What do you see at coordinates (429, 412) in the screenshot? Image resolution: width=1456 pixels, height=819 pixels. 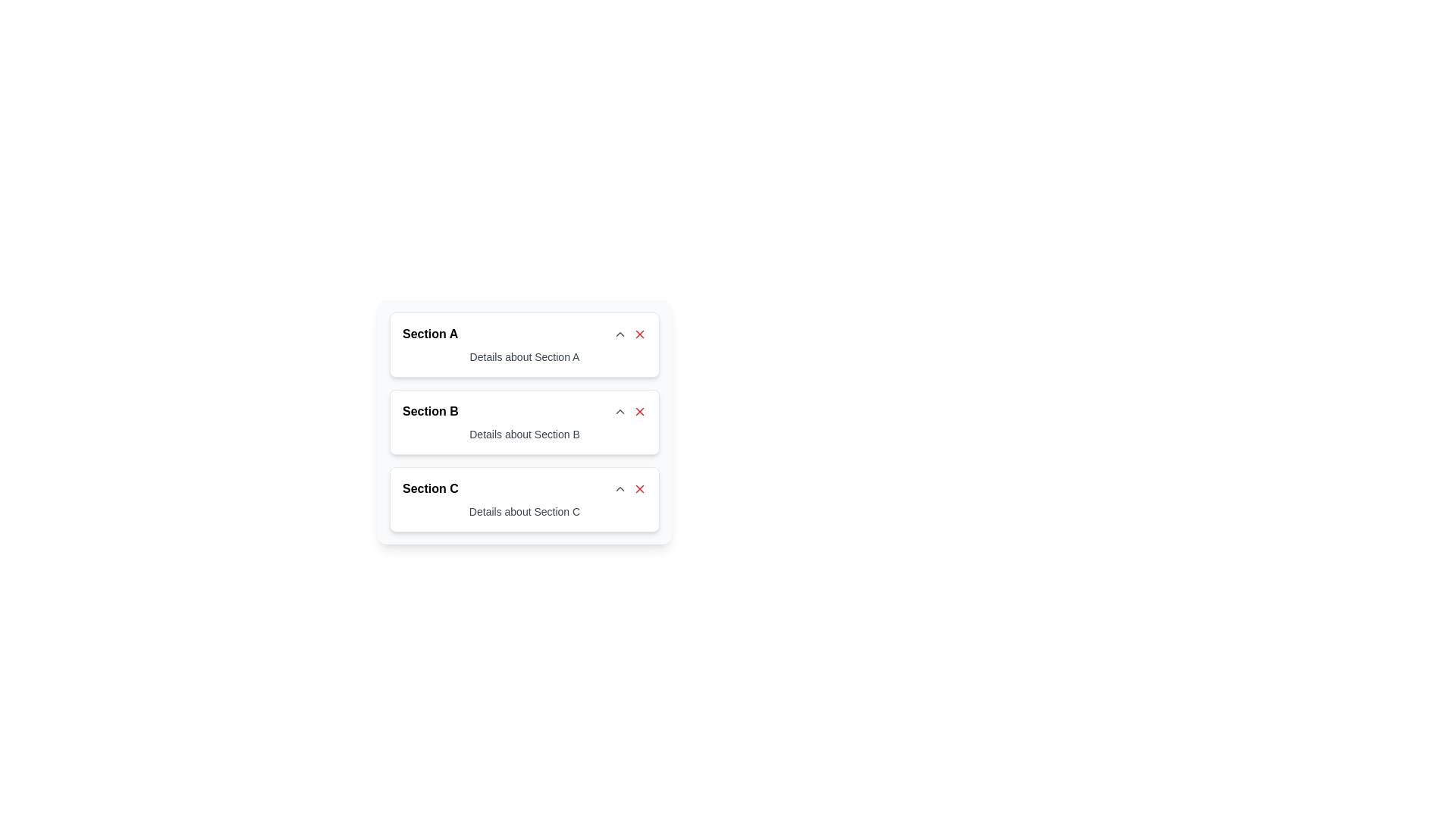 I see `the header text element that identifies the section's content, located between 'Section A' and 'Section C'` at bounding box center [429, 412].